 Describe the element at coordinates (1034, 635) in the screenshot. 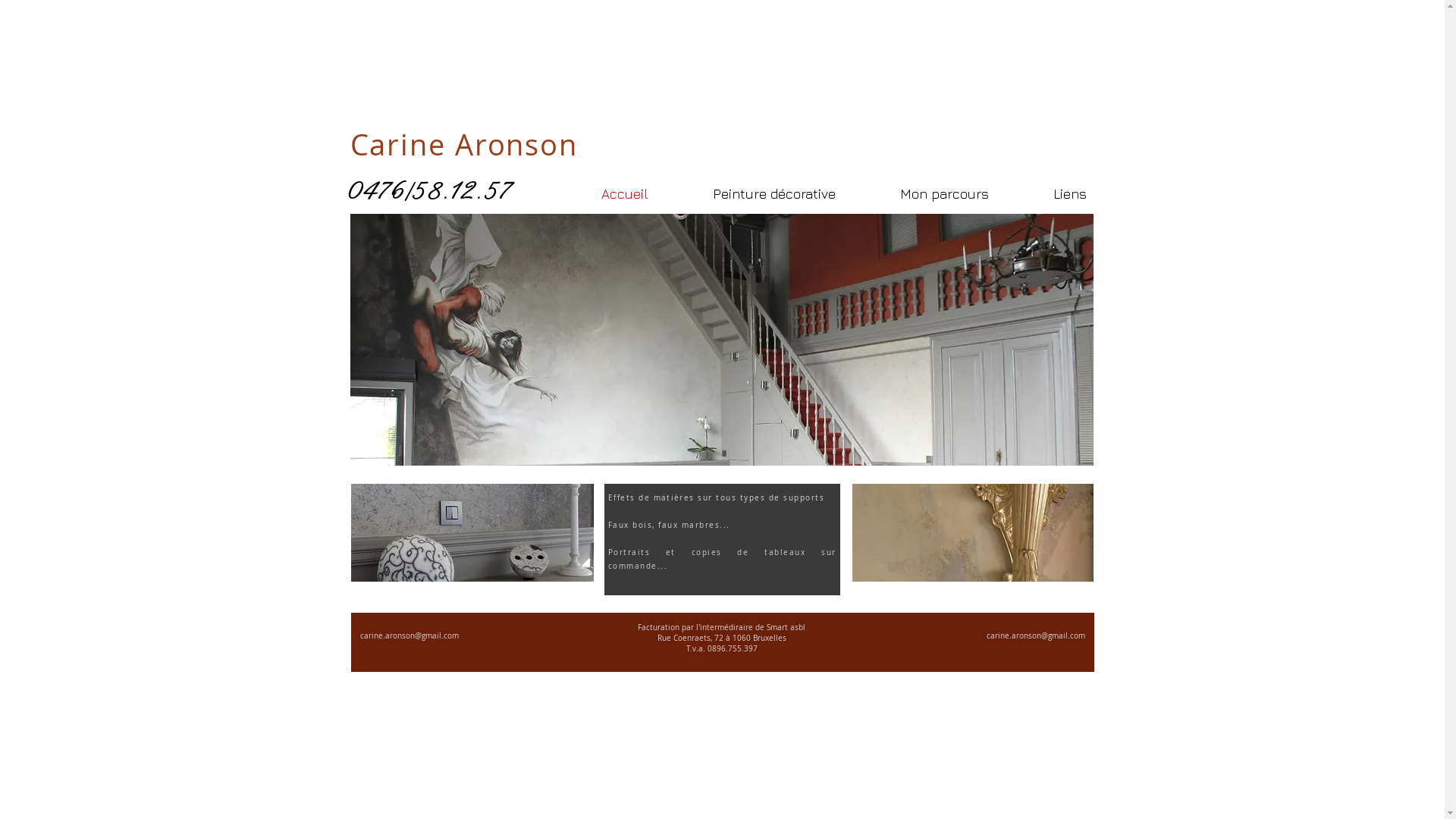

I see `'carine.aronson@gmail.com'` at that location.